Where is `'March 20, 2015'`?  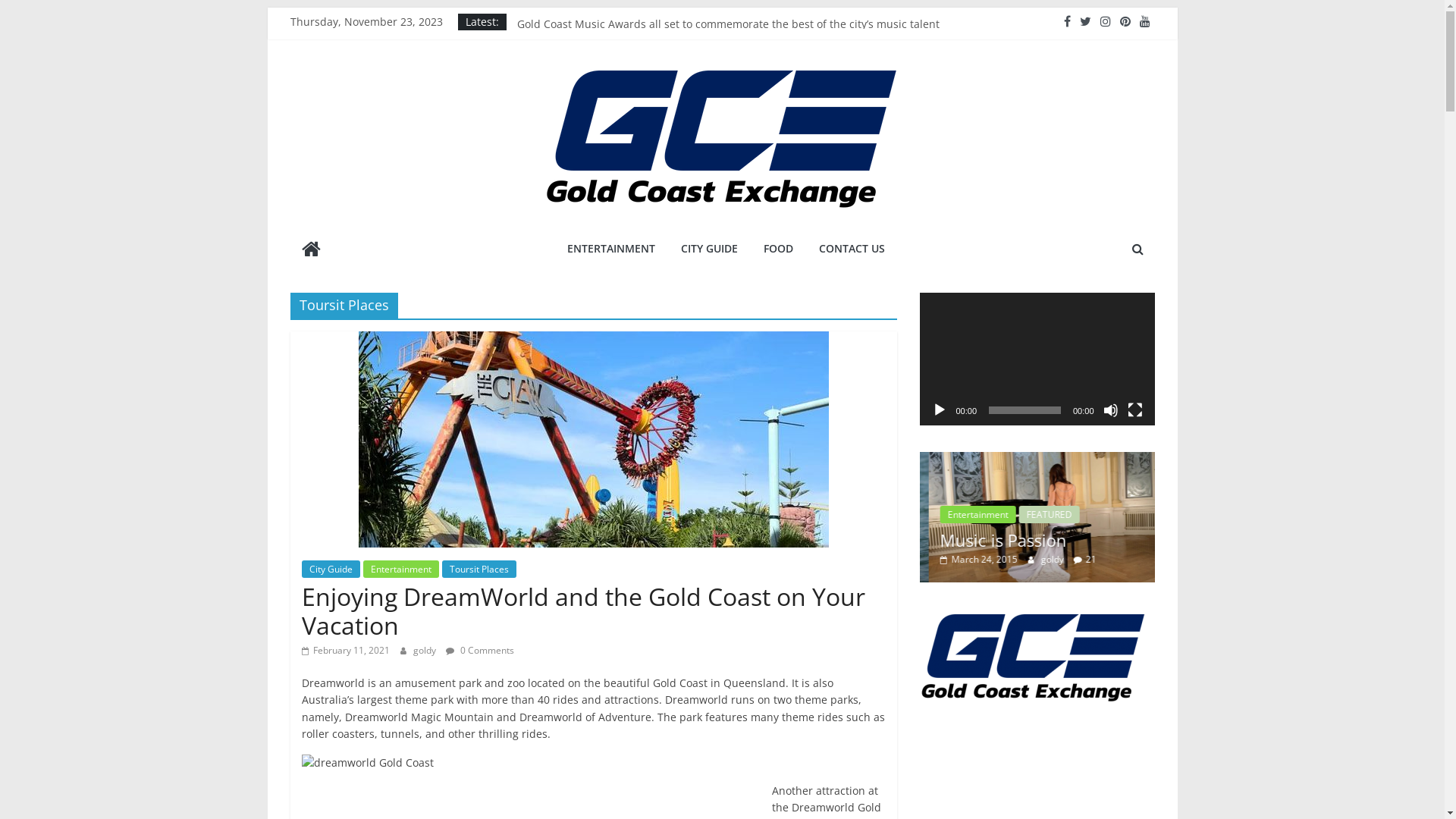 'March 20, 2015' is located at coordinates (968, 559).